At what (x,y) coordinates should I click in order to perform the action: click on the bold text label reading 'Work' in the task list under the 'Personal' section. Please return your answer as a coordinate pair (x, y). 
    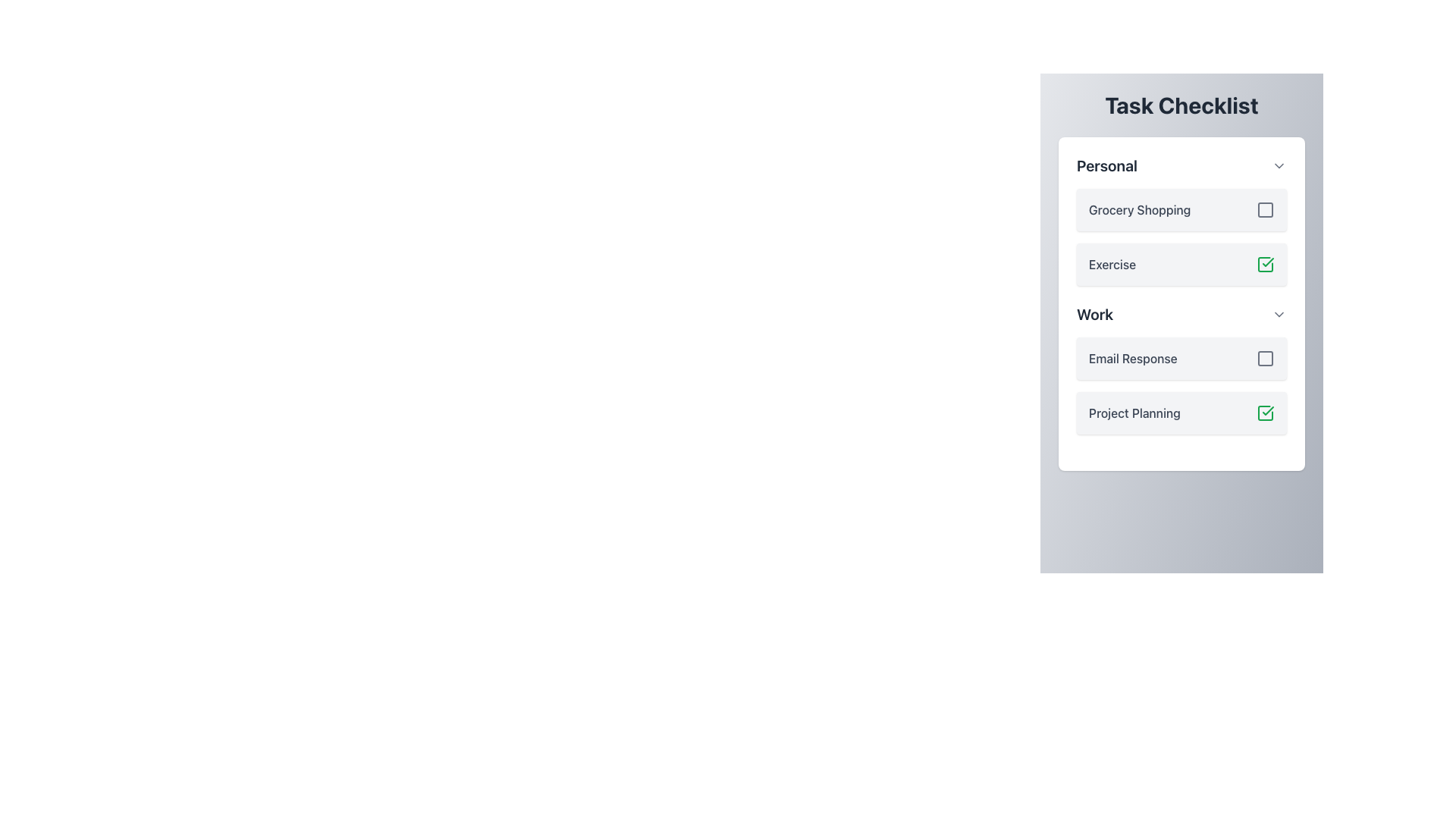
    Looking at the image, I should click on (1095, 314).